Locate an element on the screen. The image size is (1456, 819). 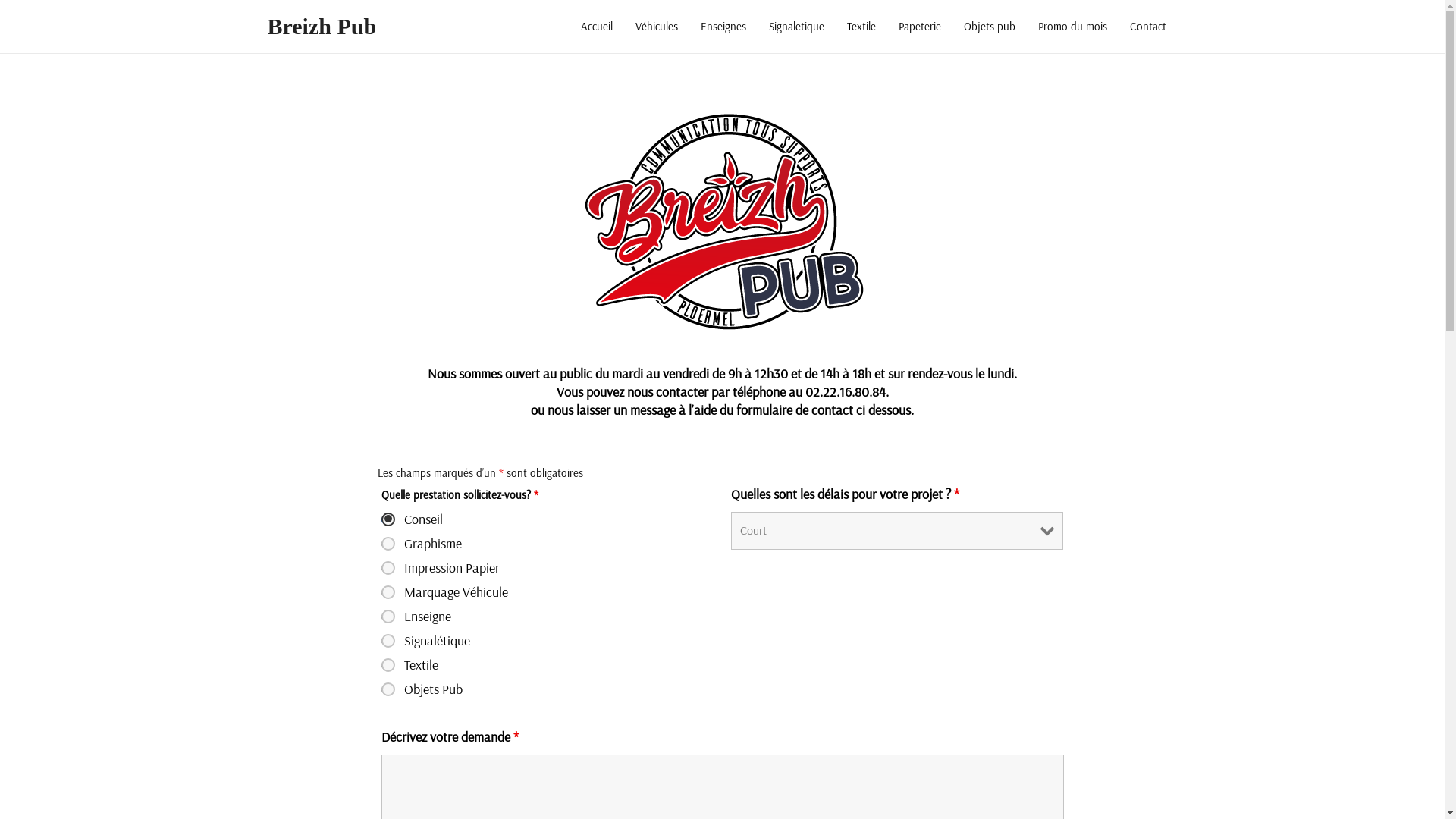
'Enseignes' is located at coordinates (722, 26).